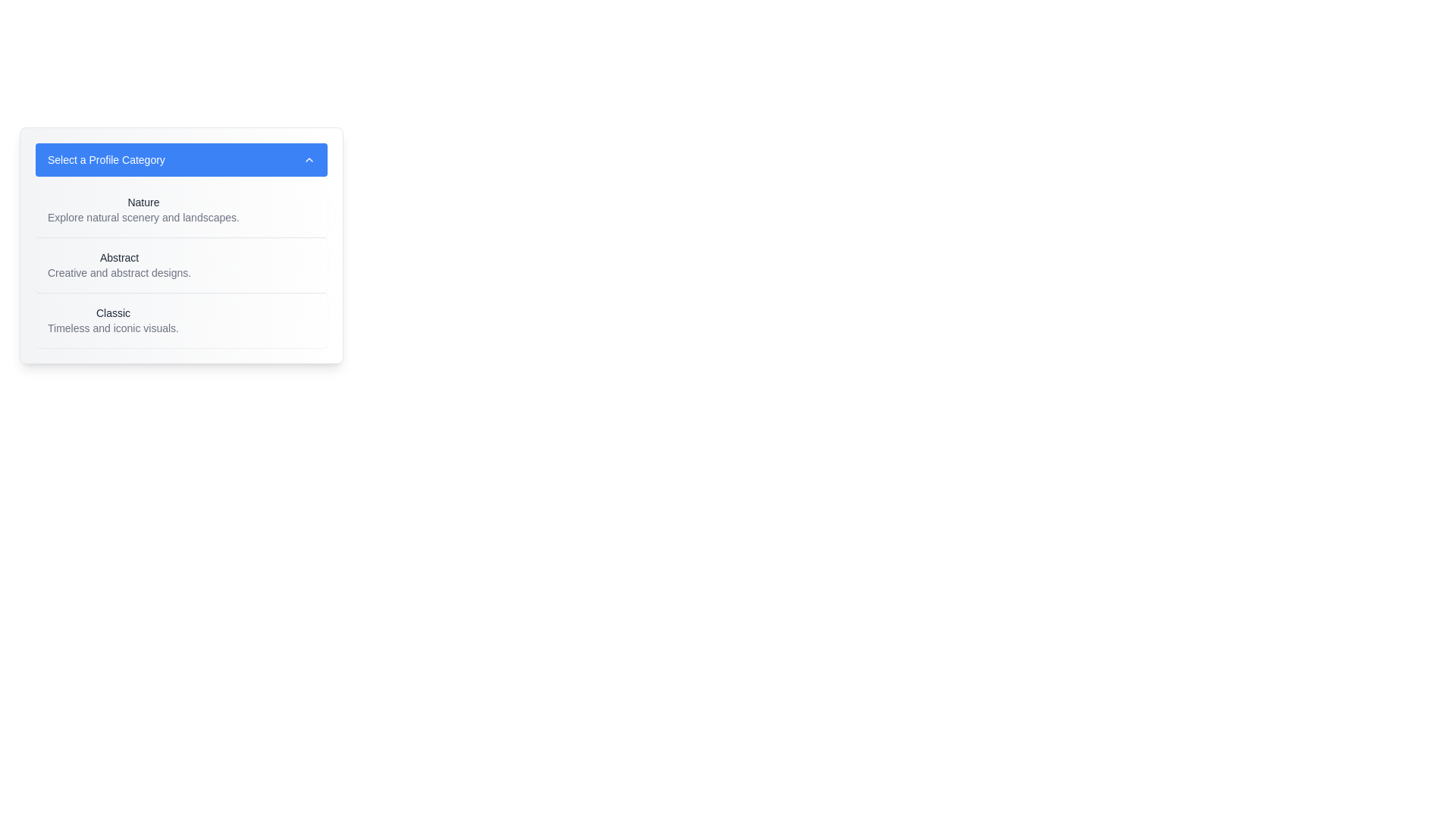  I want to click on the upward-facing chevron arrow icon located at the top-right corner of the 'Select a Profile Category' button, so click(309, 160).